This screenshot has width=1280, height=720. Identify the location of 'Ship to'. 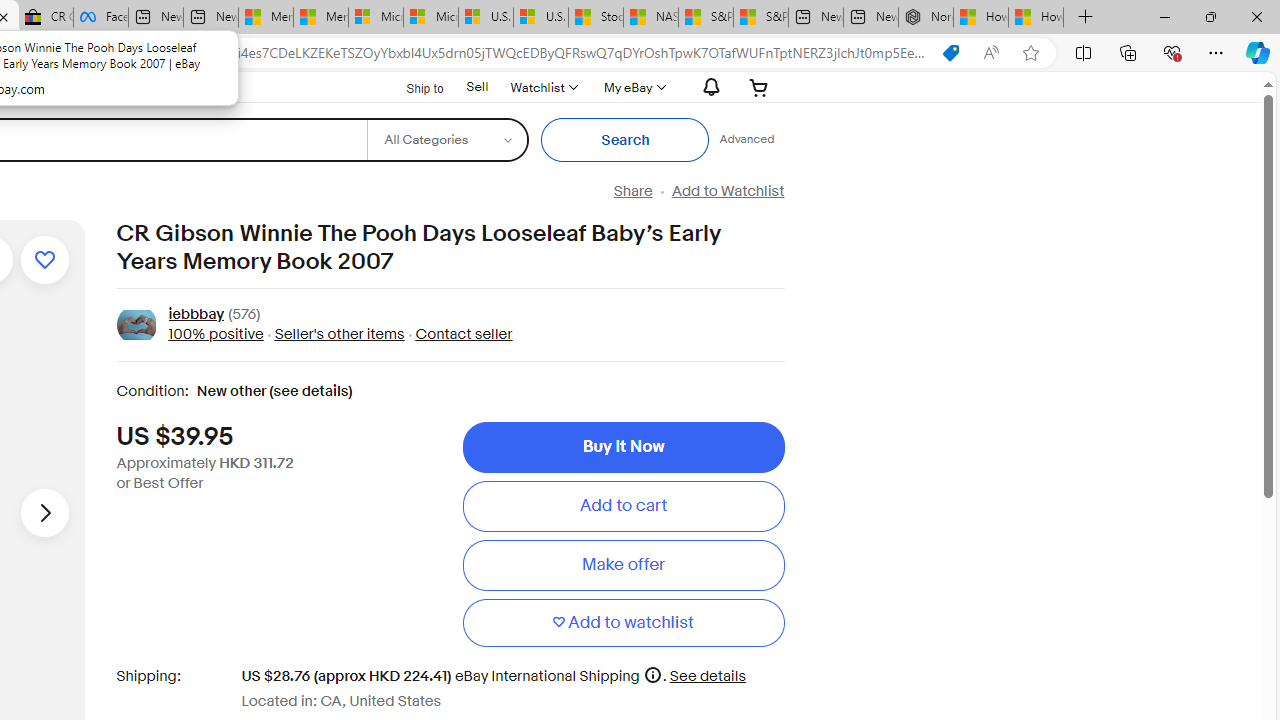
(411, 85).